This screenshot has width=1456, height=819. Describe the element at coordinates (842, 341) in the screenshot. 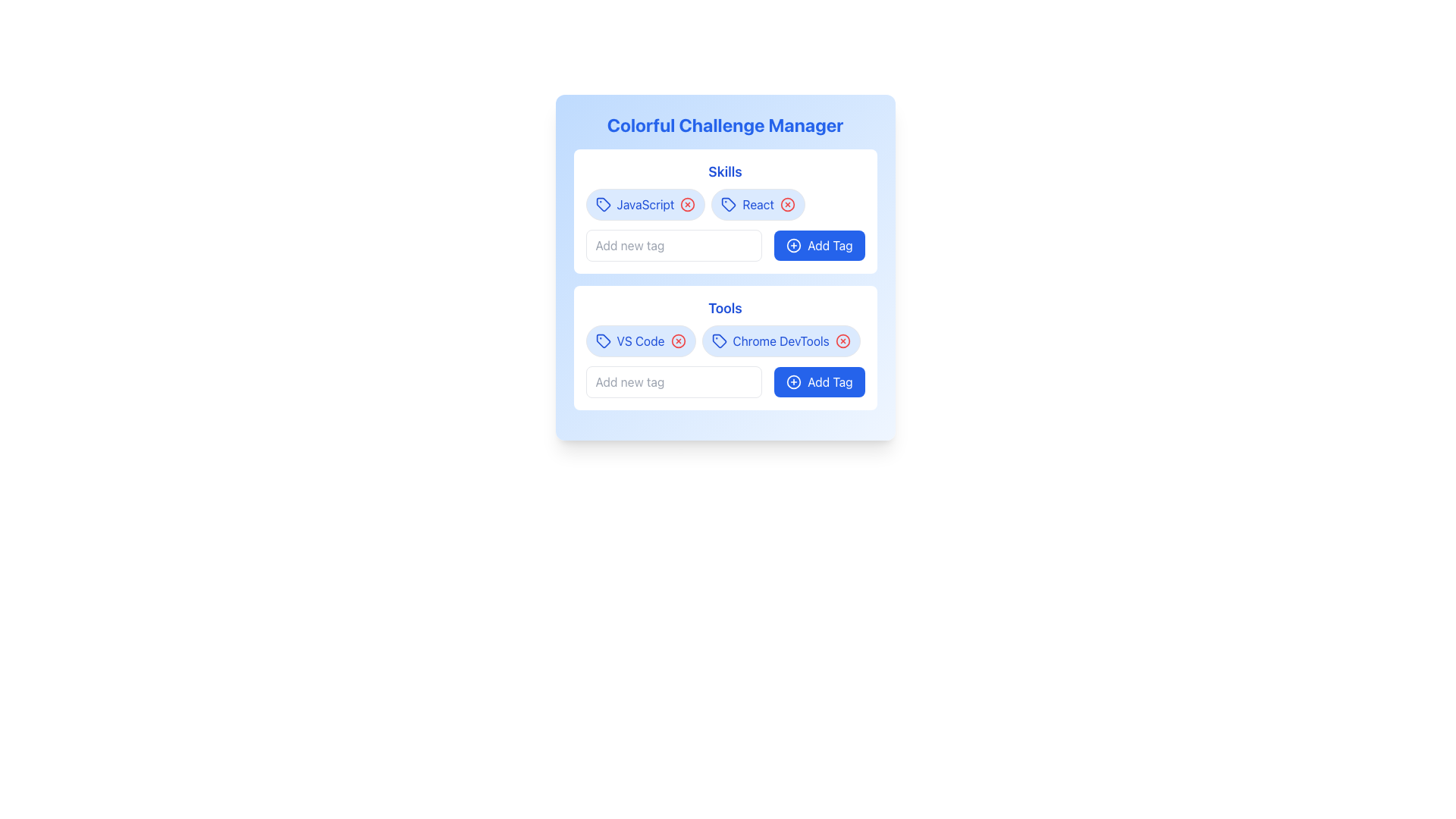

I see `the circular icon with a thin black border located in the top-right corner of the 'Chrome DevTools' tag within the 'Tools' section` at that location.